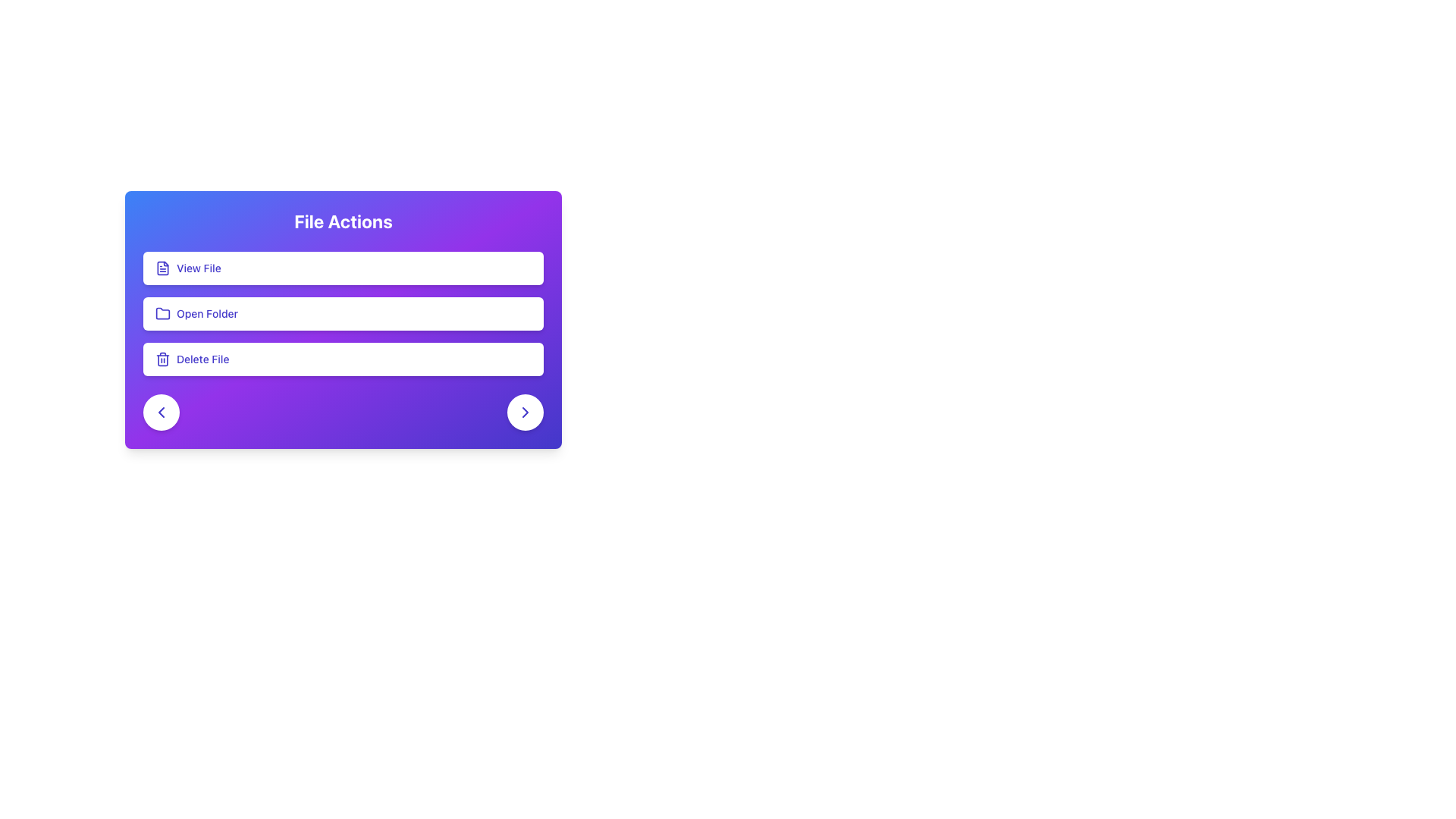 The height and width of the screenshot is (819, 1456). Describe the element at coordinates (342, 268) in the screenshot. I see `the 'View File' button located at the top of the vertical list of options` at that location.